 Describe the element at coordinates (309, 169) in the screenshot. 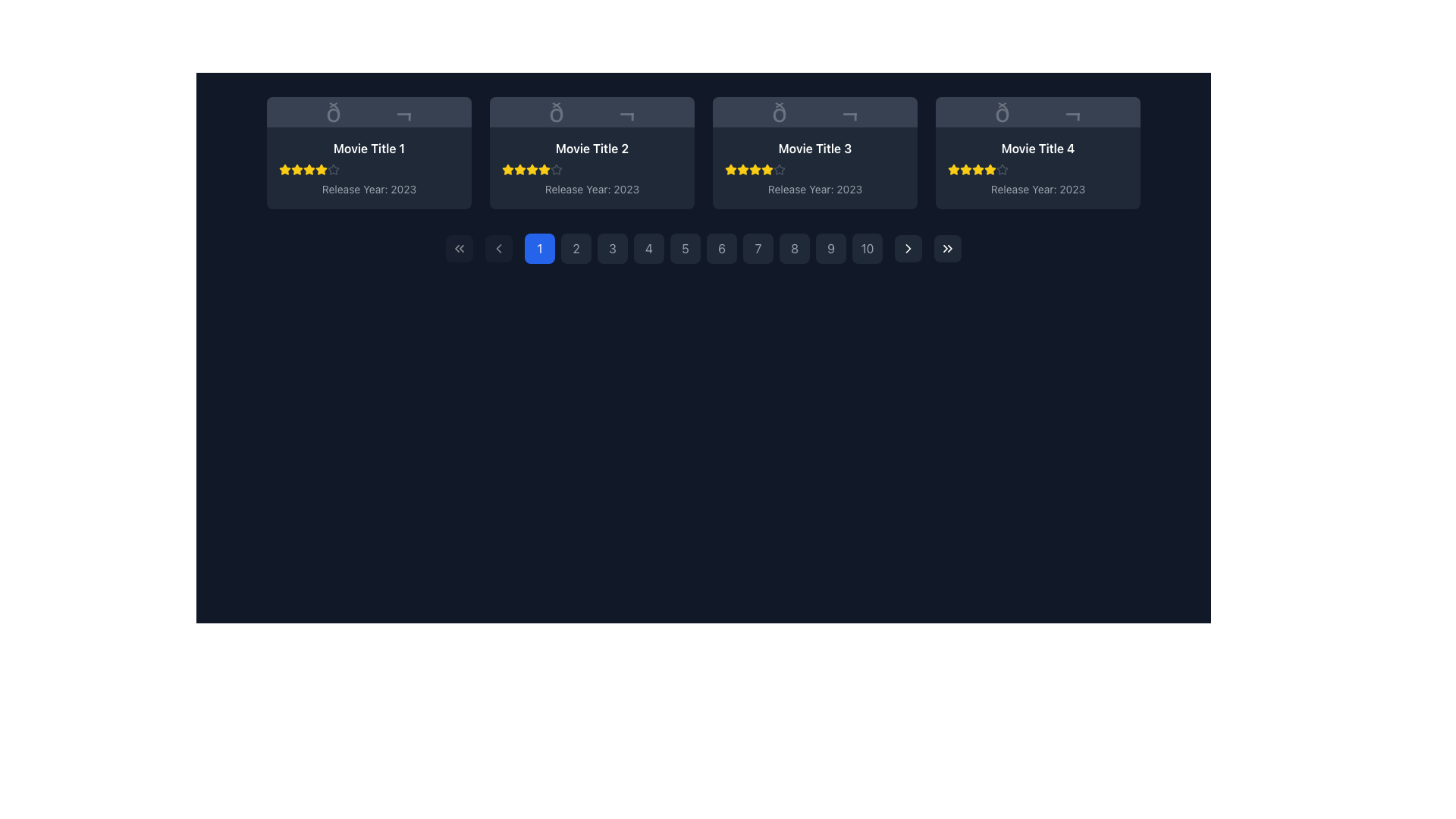

I see `the fourth yellow star icon representing the rating for 'Movie Title 1' located in the top-left area of the interface` at that location.